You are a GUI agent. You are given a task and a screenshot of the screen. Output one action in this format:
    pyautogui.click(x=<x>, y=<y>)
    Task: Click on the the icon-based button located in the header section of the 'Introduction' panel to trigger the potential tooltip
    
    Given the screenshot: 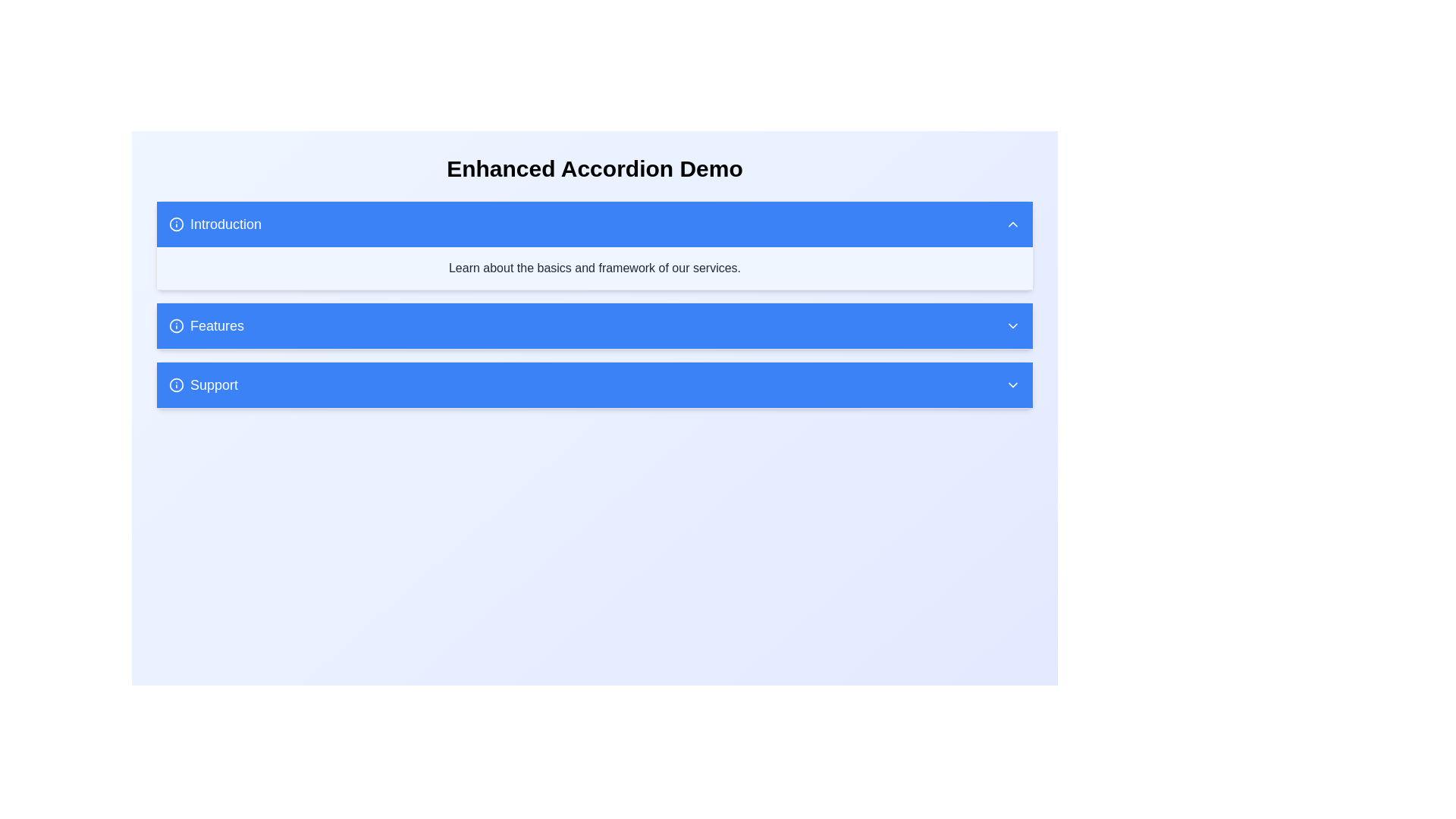 What is the action you would take?
    pyautogui.click(x=1012, y=224)
    